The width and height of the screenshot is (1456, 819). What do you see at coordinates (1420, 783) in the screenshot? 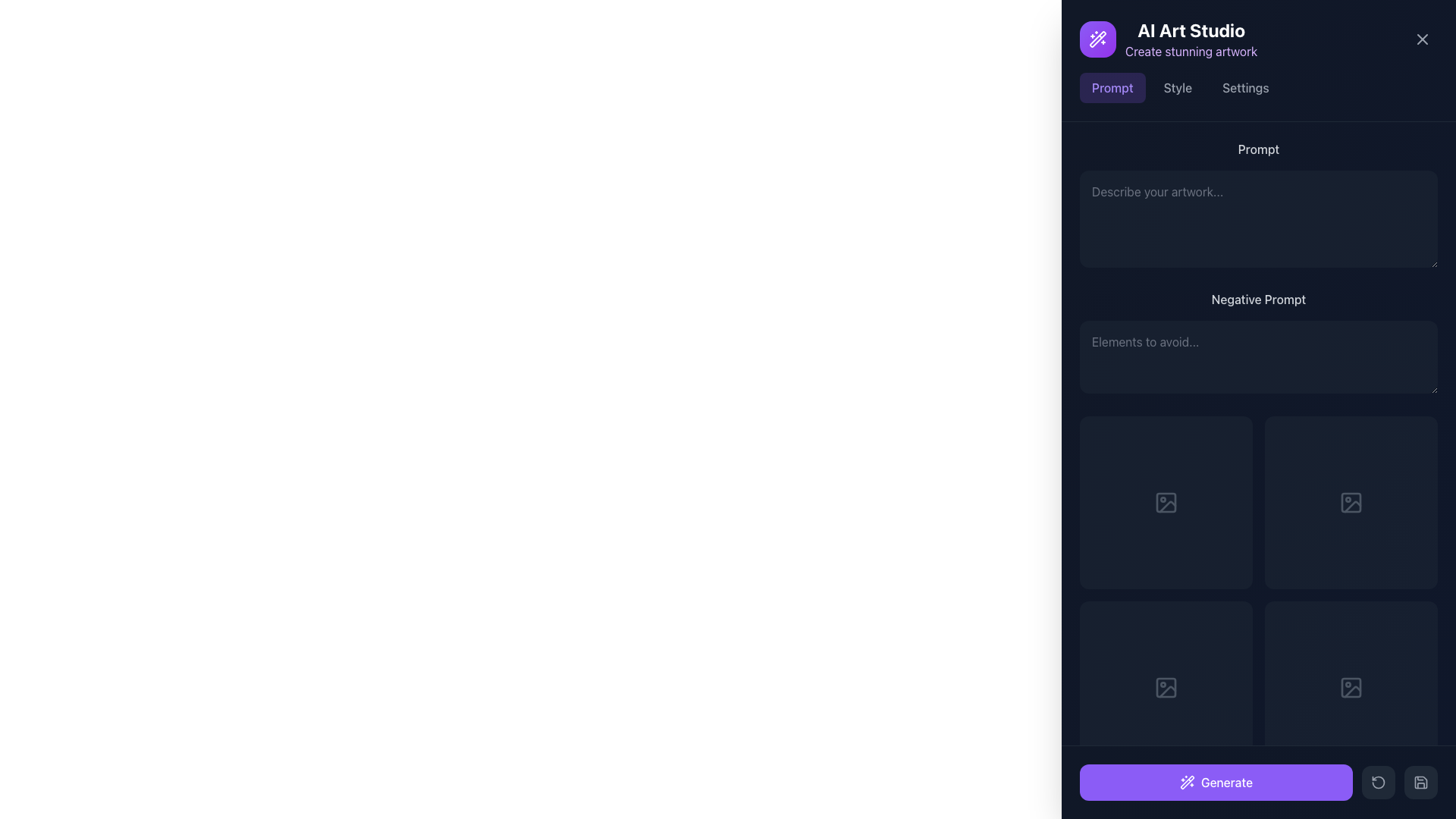
I see `the button with a save icon located at the bottom-right corner of the interface` at bounding box center [1420, 783].